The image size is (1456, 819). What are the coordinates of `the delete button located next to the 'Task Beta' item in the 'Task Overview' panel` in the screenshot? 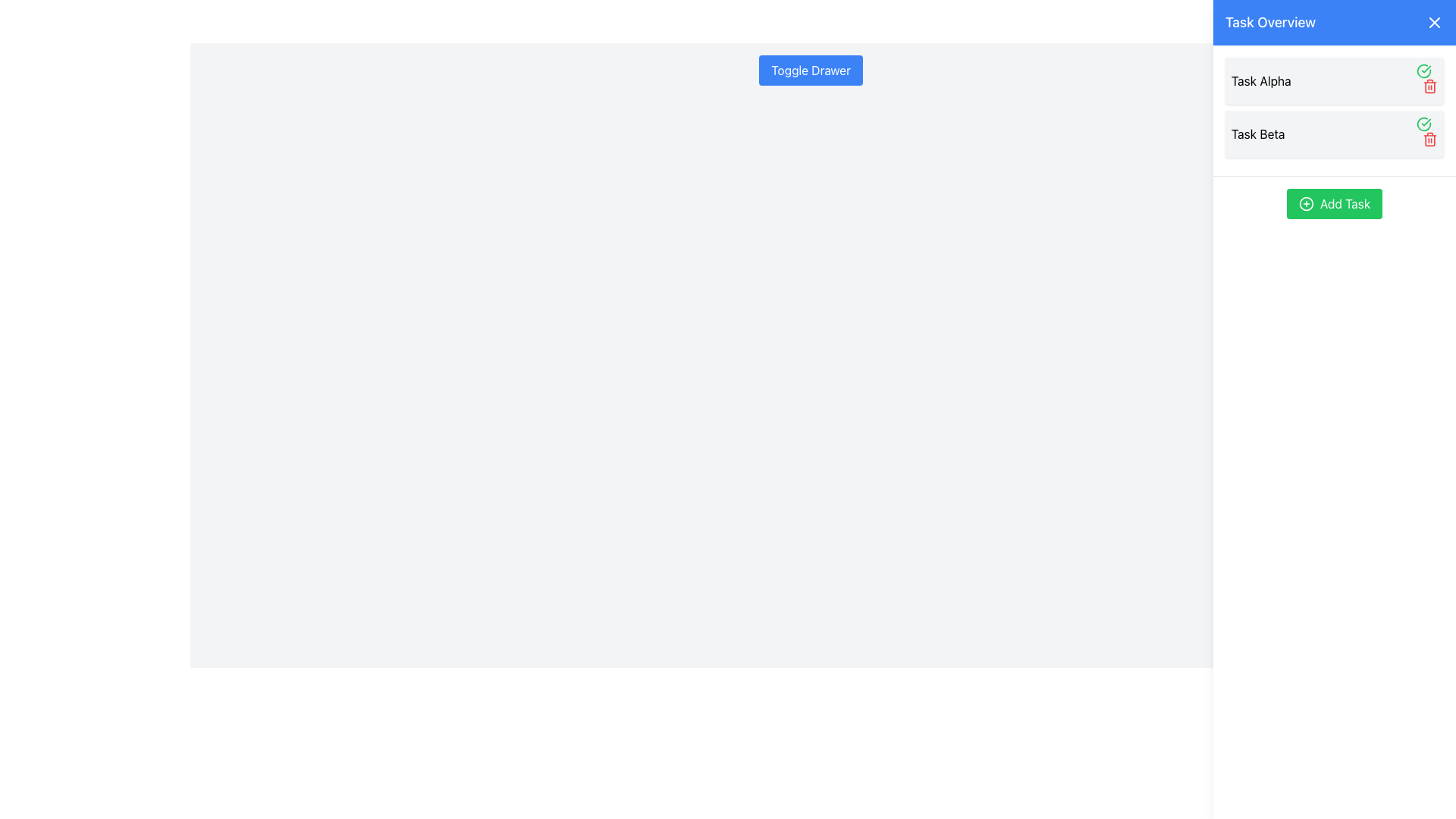 It's located at (1429, 140).